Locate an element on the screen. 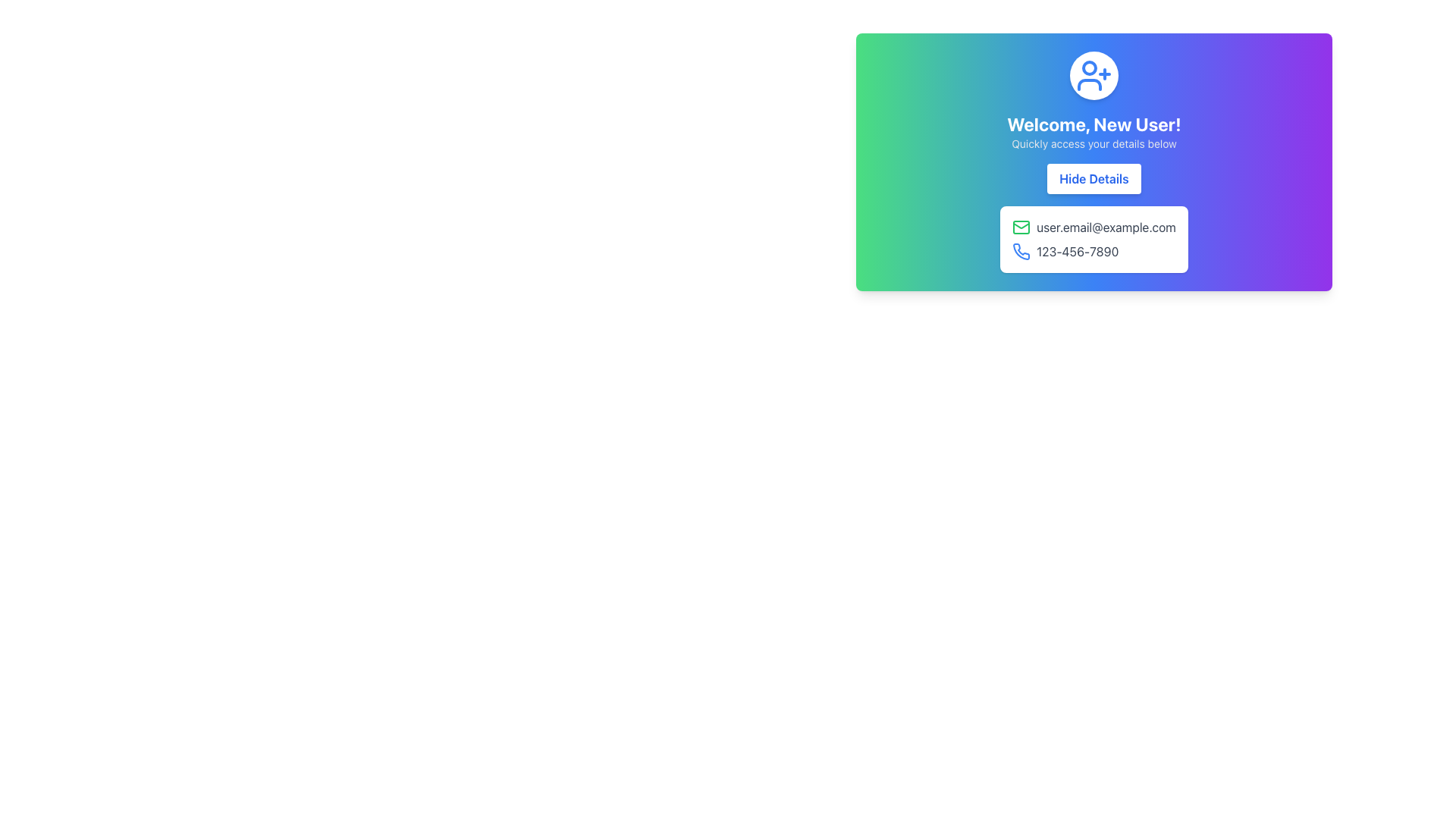  the mail envelope icon with a green border located within the user information interface, which is to the left of the email address text is located at coordinates (1021, 227).